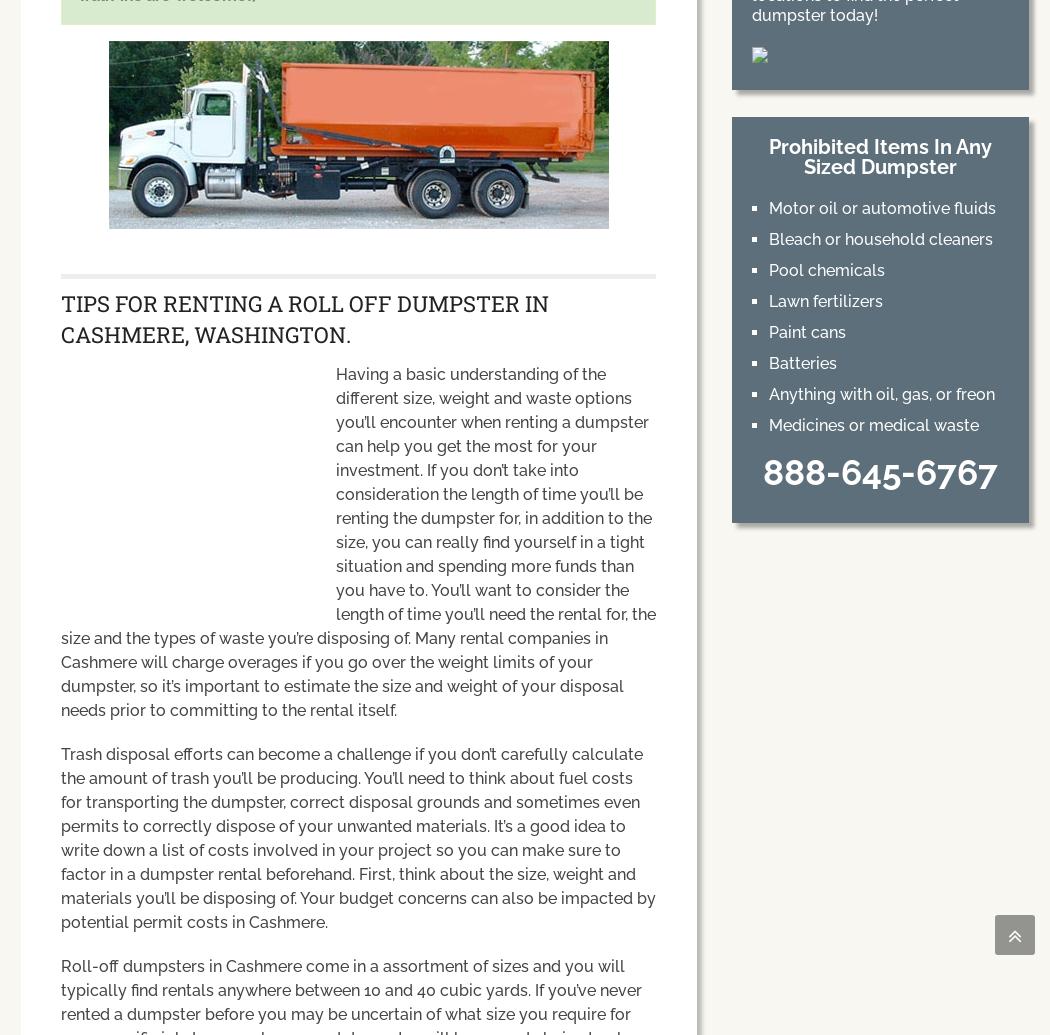  What do you see at coordinates (878, 472) in the screenshot?
I see `'888-645-6767'` at bounding box center [878, 472].